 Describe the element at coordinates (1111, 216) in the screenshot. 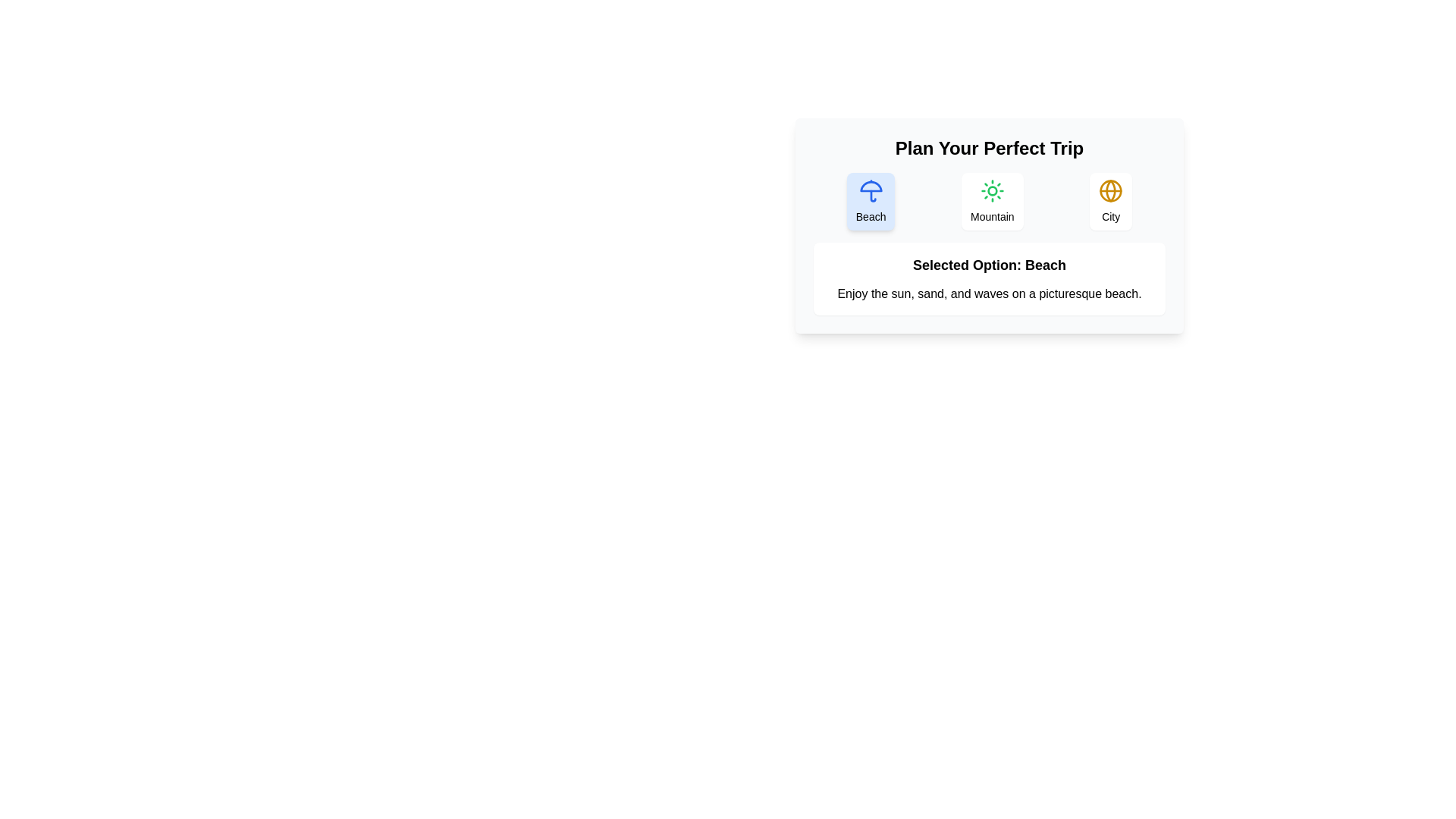

I see `the 'City' text label that indicates the selection option within the horizontal arrangement of three options beneath the heading 'Plan Your Perfect Trip.'` at that location.